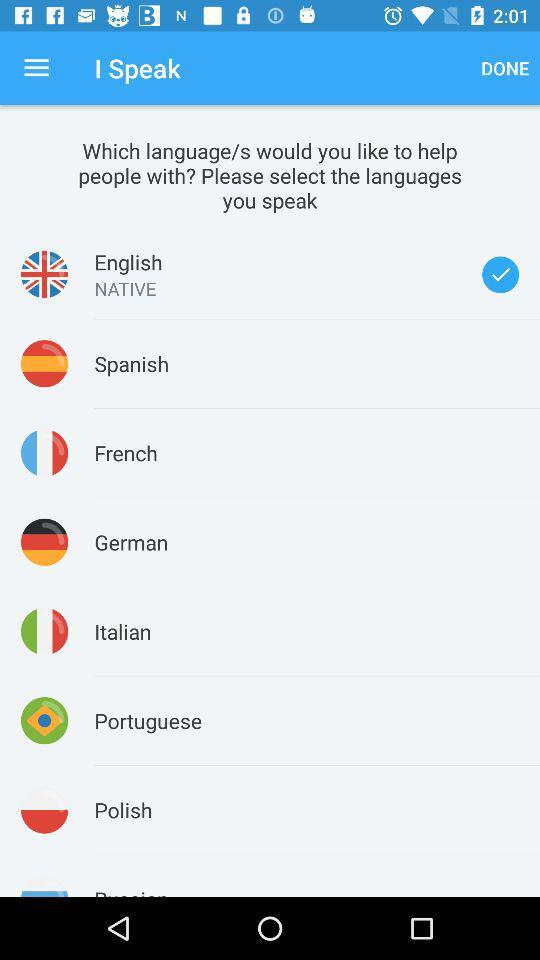 The image size is (540, 960). What do you see at coordinates (36, 68) in the screenshot?
I see `app next to the i speak app` at bounding box center [36, 68].